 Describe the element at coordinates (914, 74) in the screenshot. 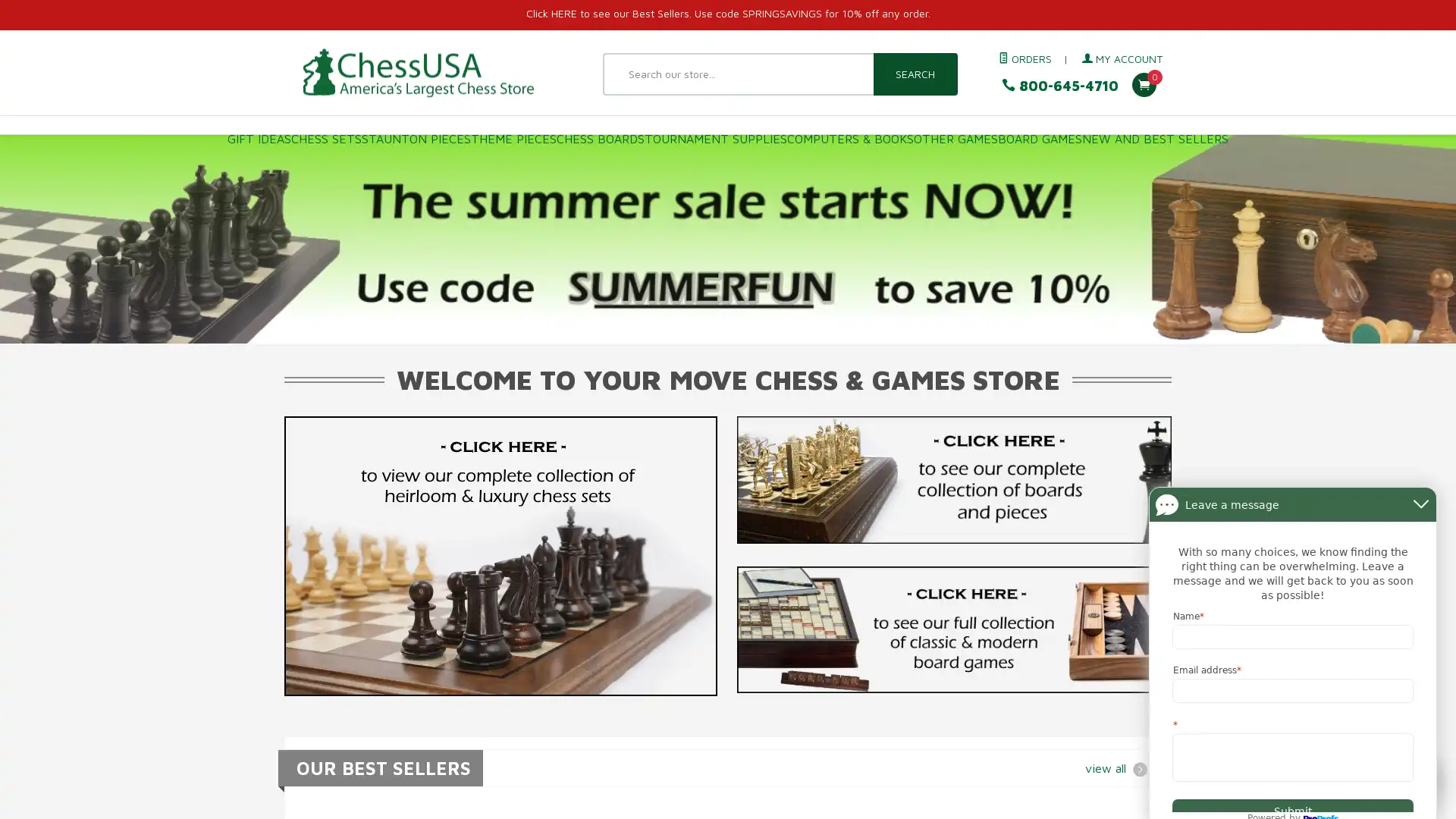

I see `SEARCH` at that location.